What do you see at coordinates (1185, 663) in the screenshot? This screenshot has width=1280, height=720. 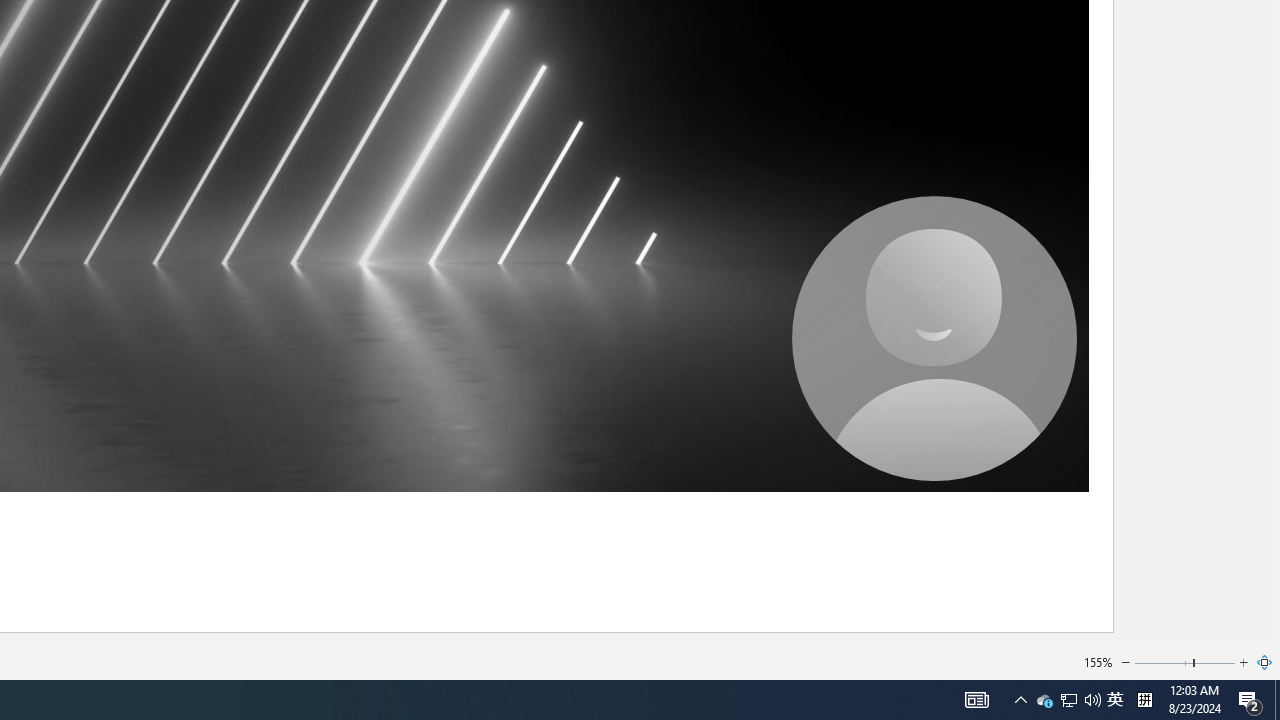 I see `'Zoom'` at bounding box center [1185, 663].